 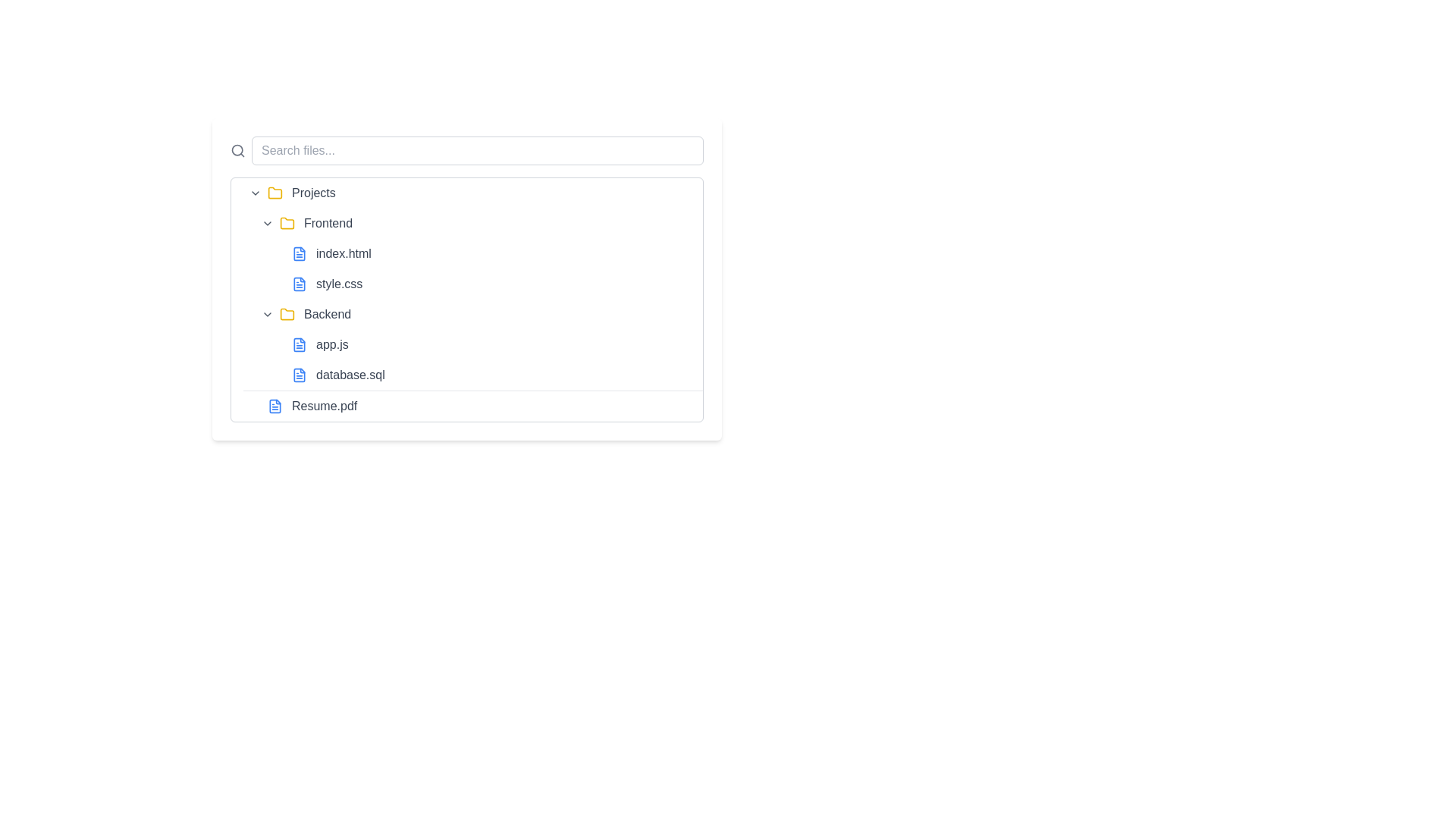 I want to click on the icon representing the 'index.html' file located in the 'Frontend' folder, so click(x=299, y=253).